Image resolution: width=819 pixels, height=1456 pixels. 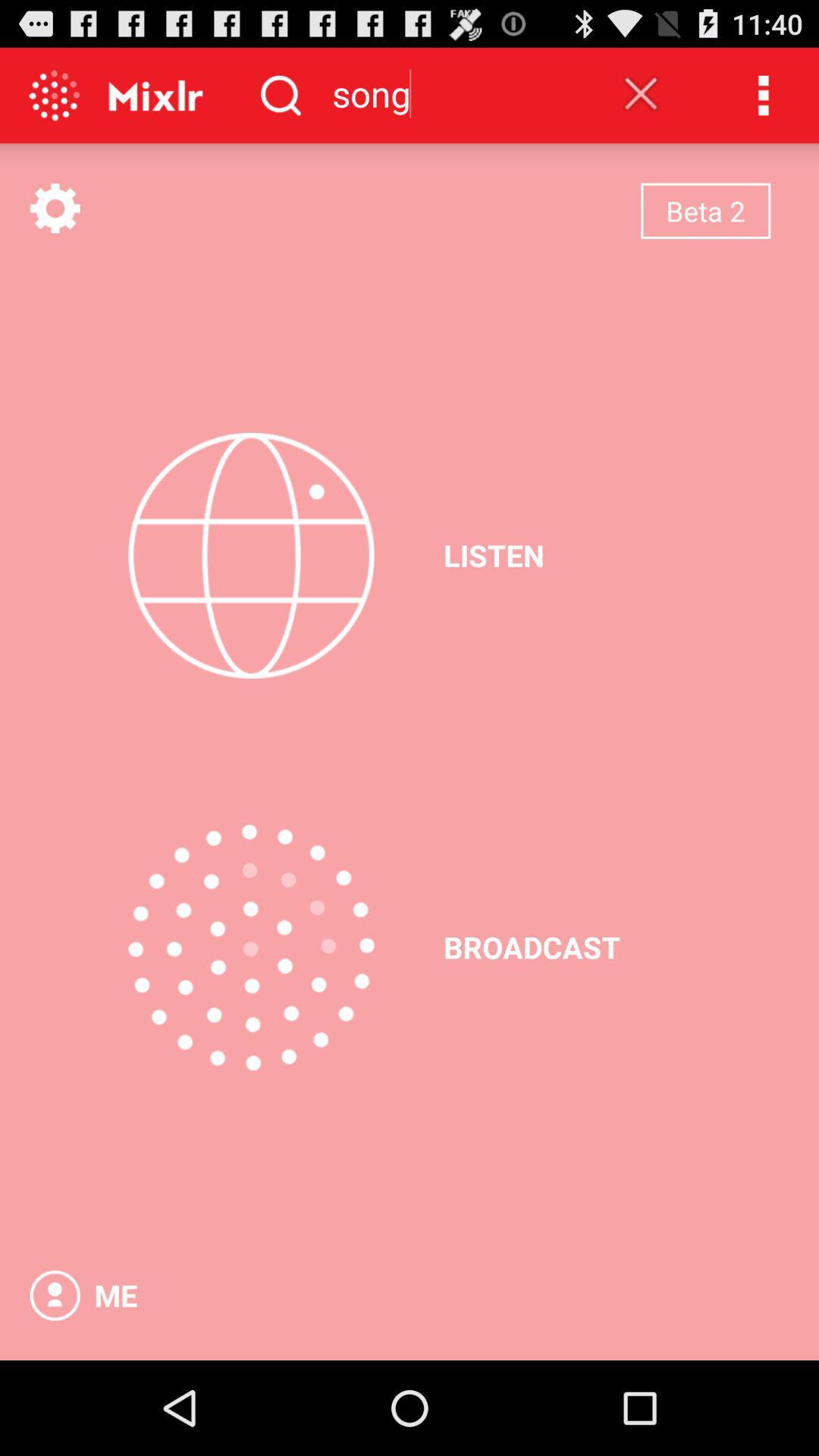 I want to click on the app next to broadcast icon, so click(x=250, y=946).